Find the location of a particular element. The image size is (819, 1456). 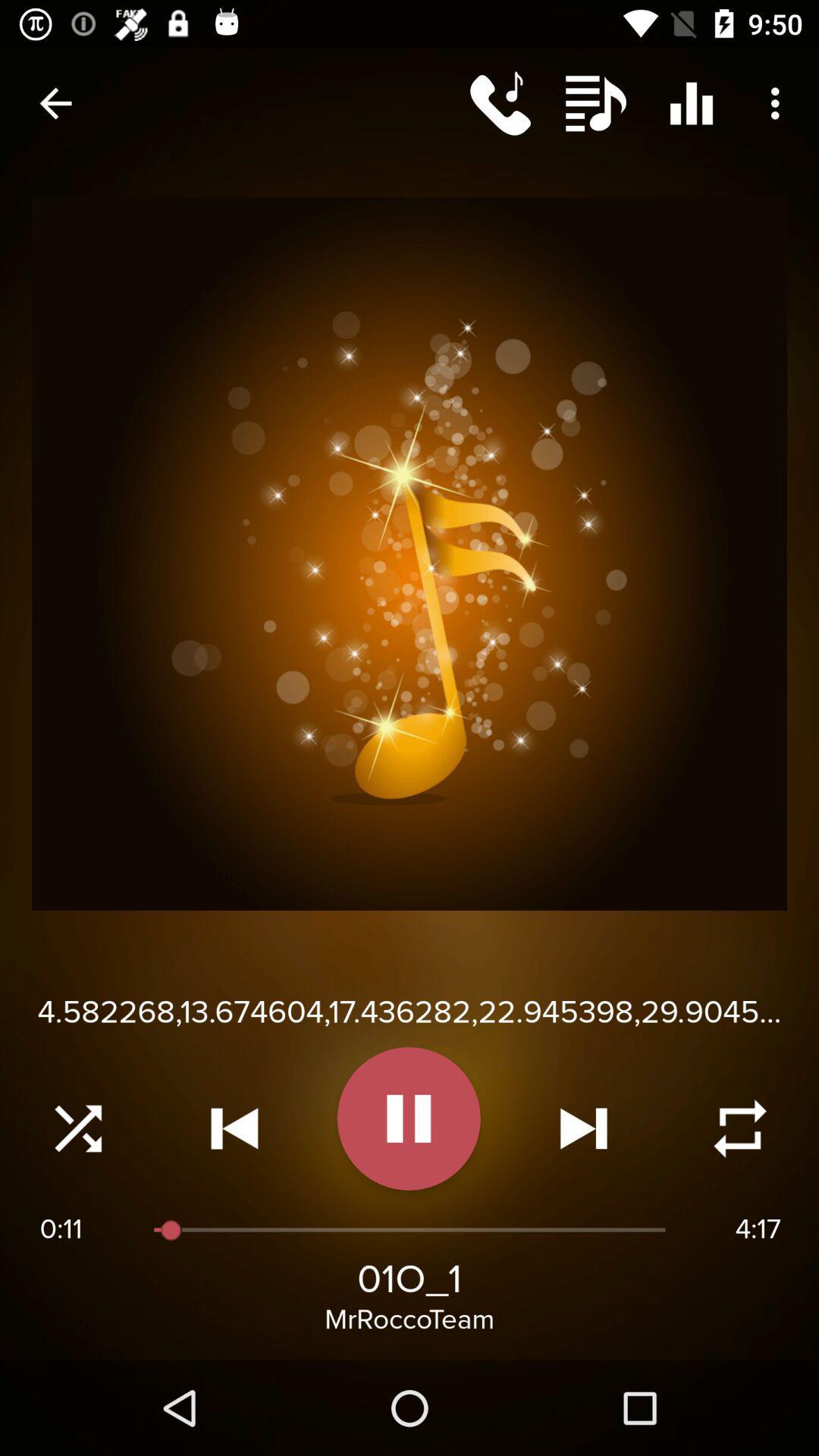

continues replay is located at coordinates (739, 1128).